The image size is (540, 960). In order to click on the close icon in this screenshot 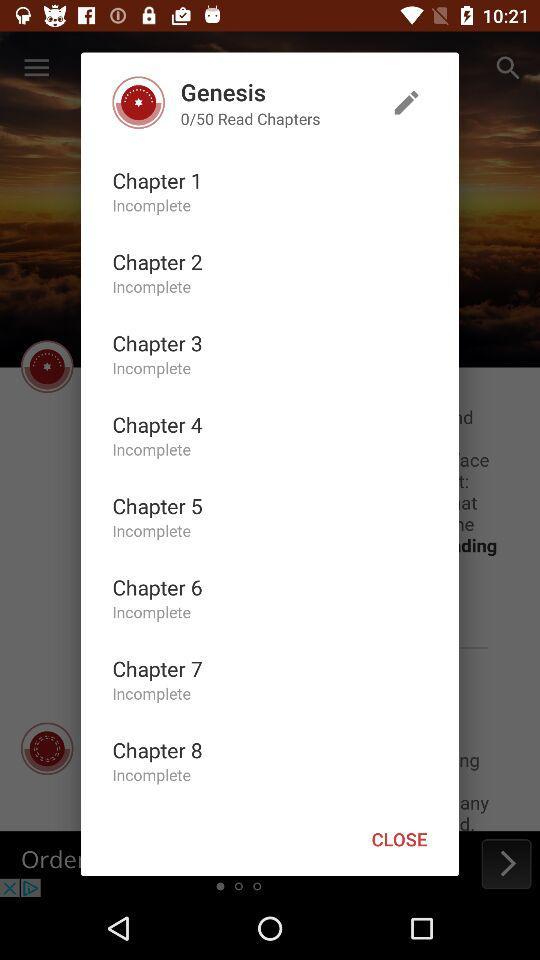, I will do `click(399, 839)`.